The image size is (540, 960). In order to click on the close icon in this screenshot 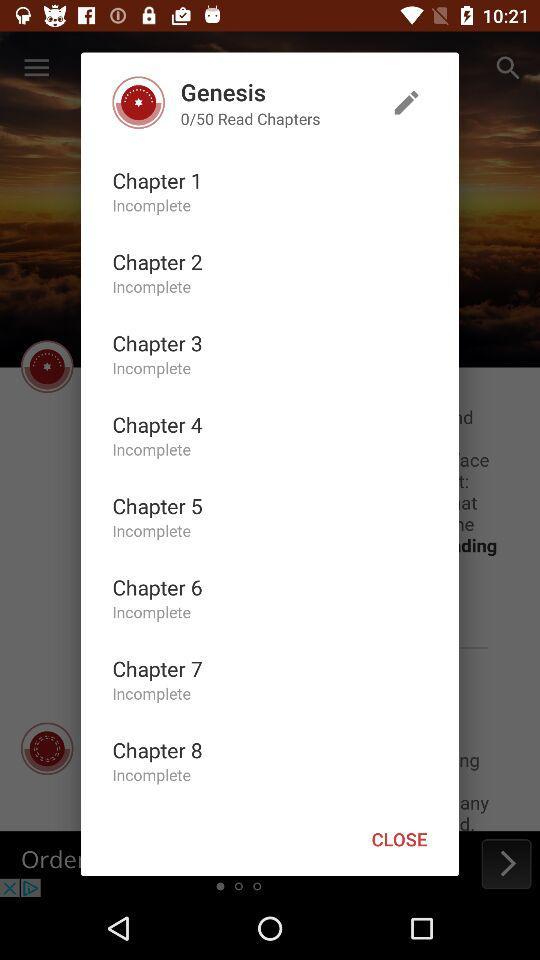, I will do `click(399, 839)`.